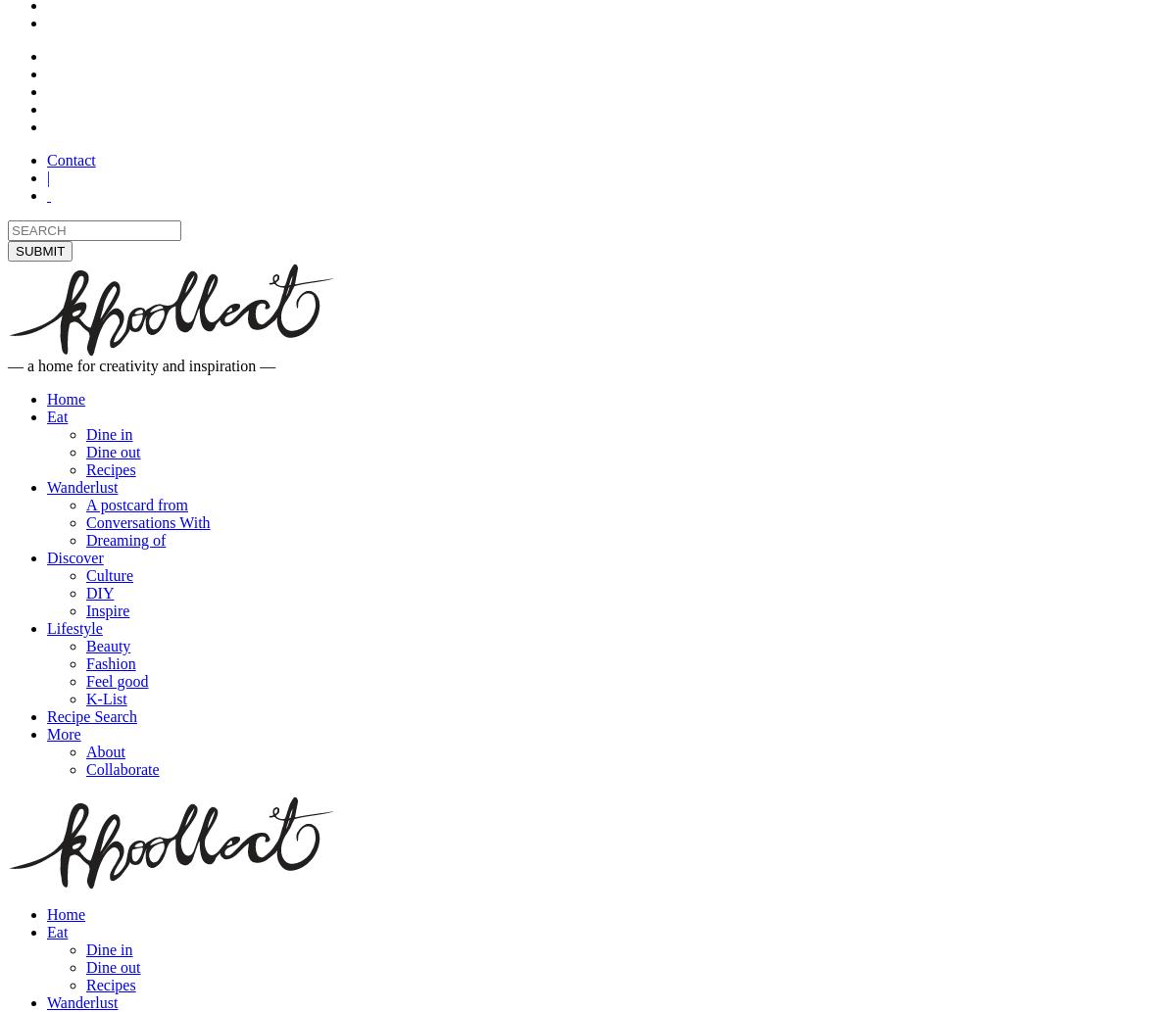 The width and height of the screenshot is (1176, 1012). I want to click on 'Contact', so click(71, 160).